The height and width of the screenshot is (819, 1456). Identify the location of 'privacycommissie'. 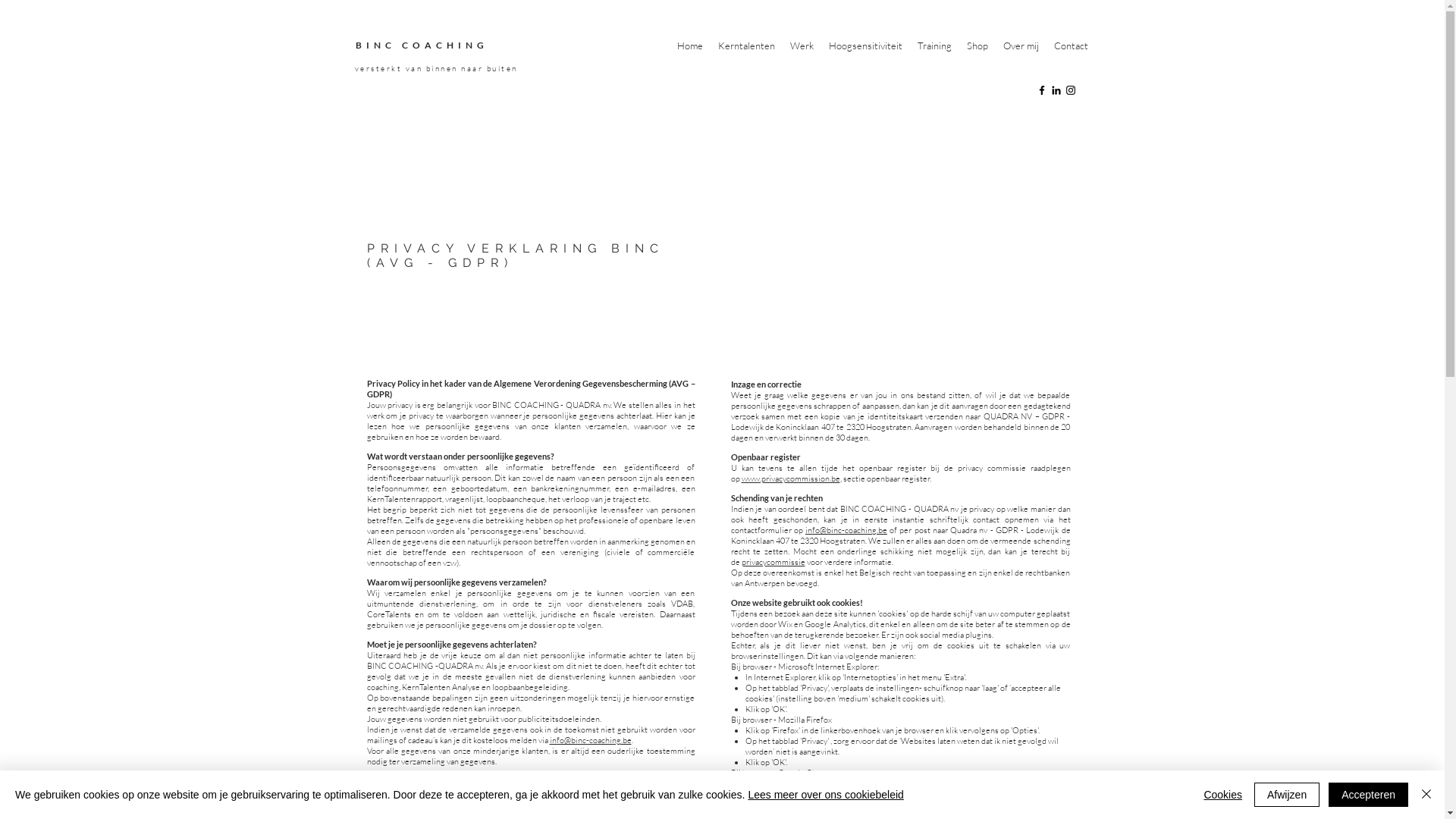
(773, 561).